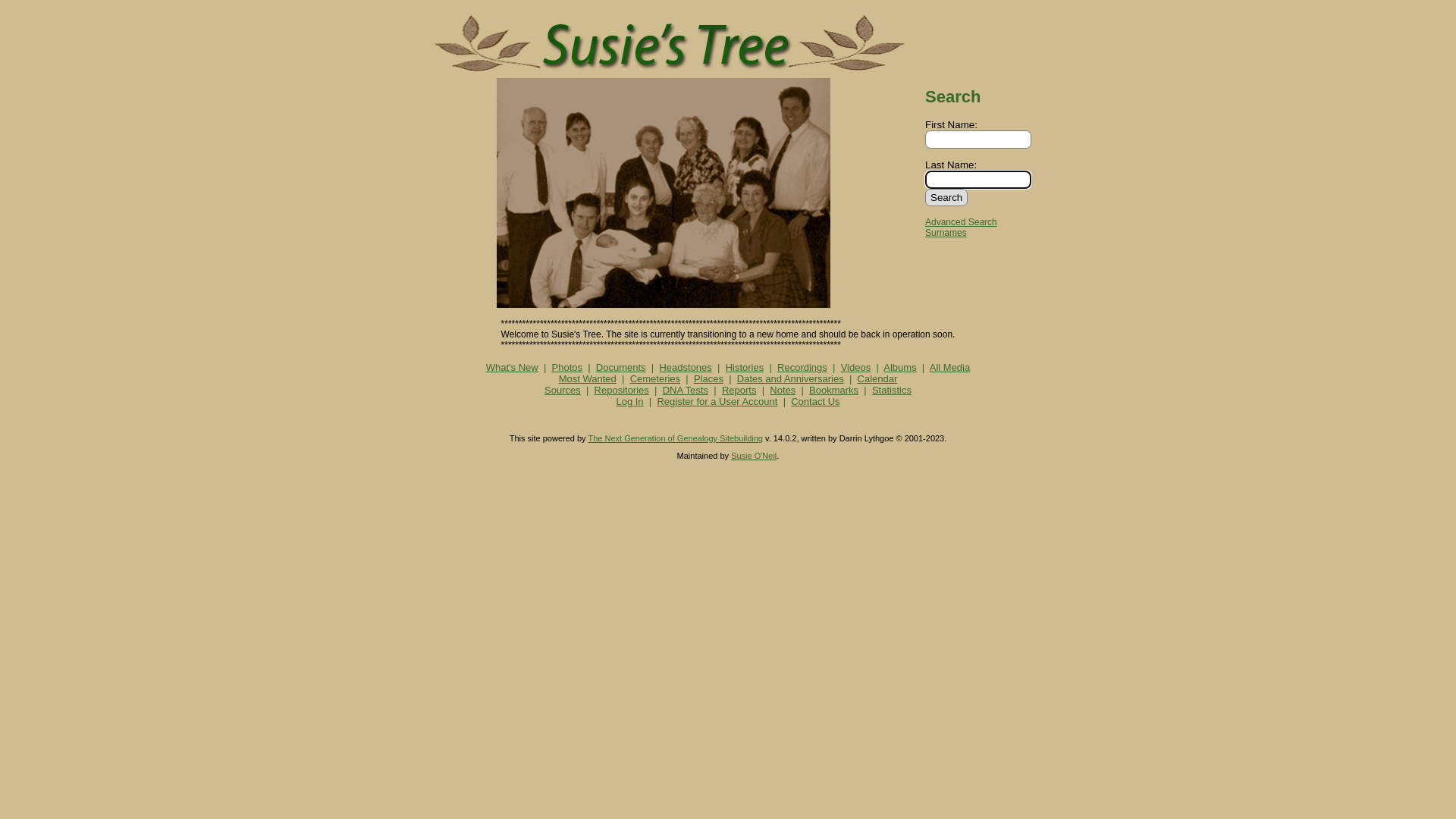  I want to click on 'Dates and Anniversaries', so click(789, 378).